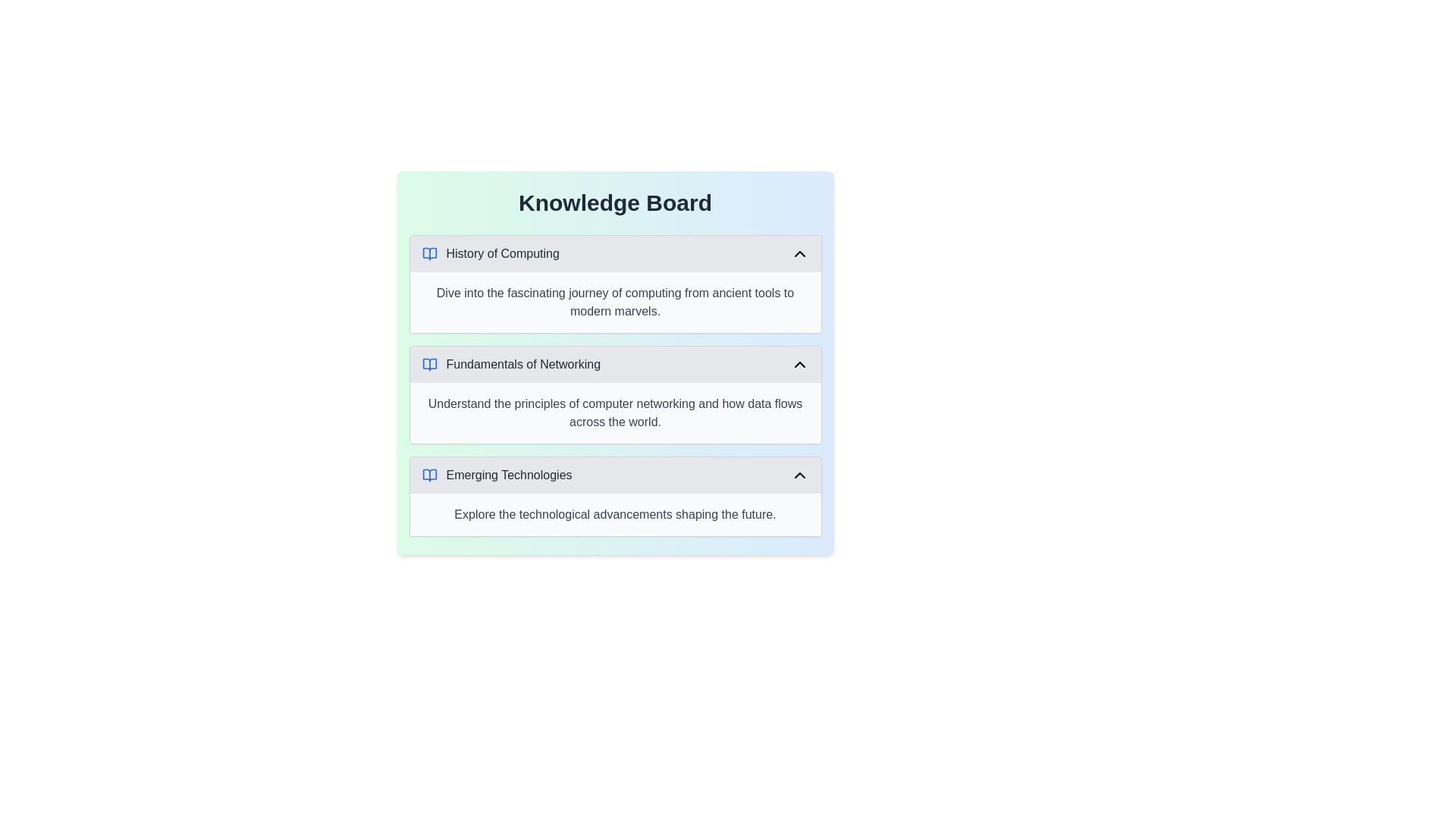 The image size is (1456, 819). Describe the element at coordinates (509, 475) in the screenshot. I see `the text label displaying 'Emerging Technologies', which is styled in gray on a light background and is the title of the third item in the list within the 'Knowledge Board' card` at that location.